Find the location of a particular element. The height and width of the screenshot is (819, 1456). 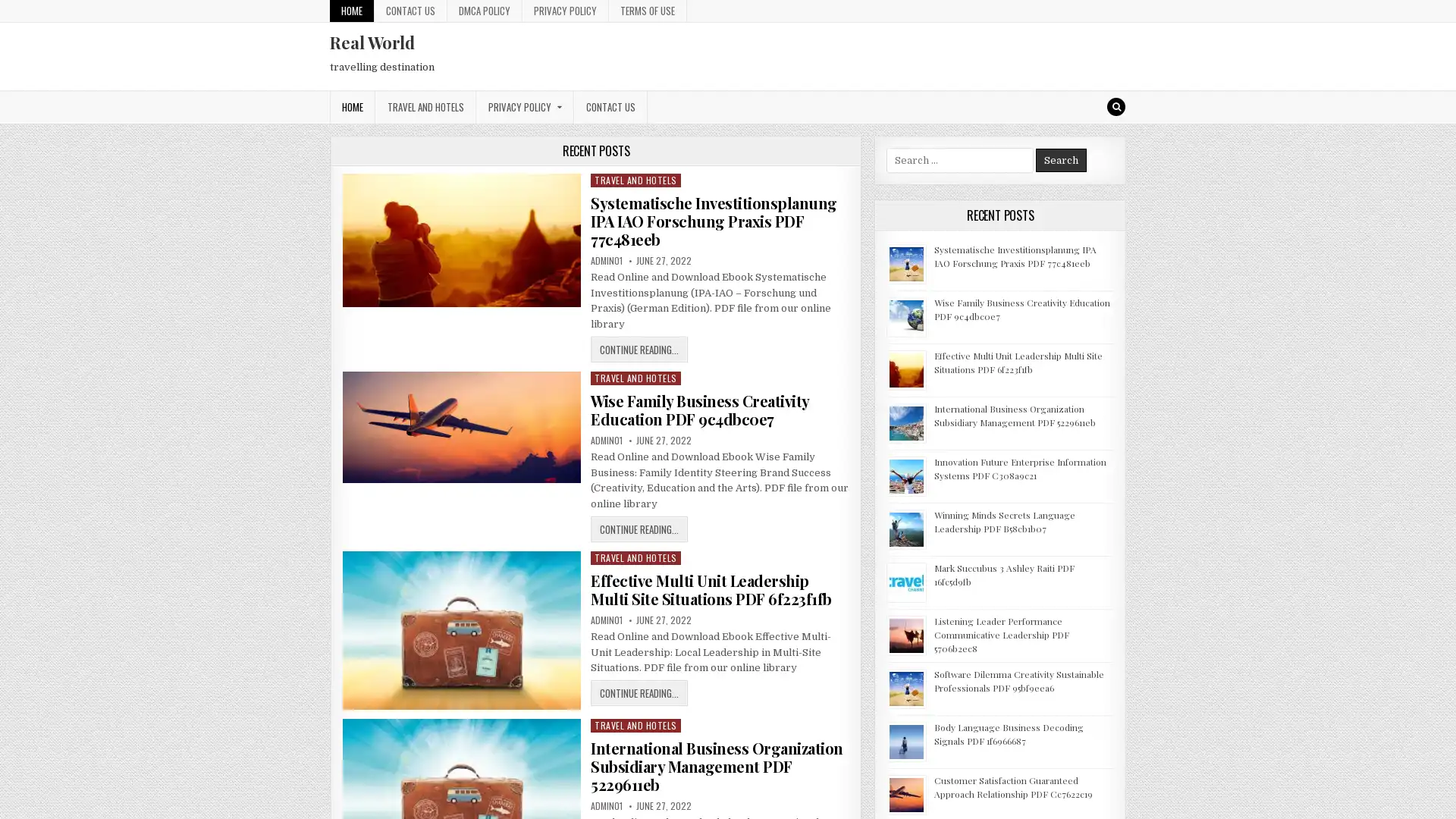

Search is located at coordinates (1060, 160).